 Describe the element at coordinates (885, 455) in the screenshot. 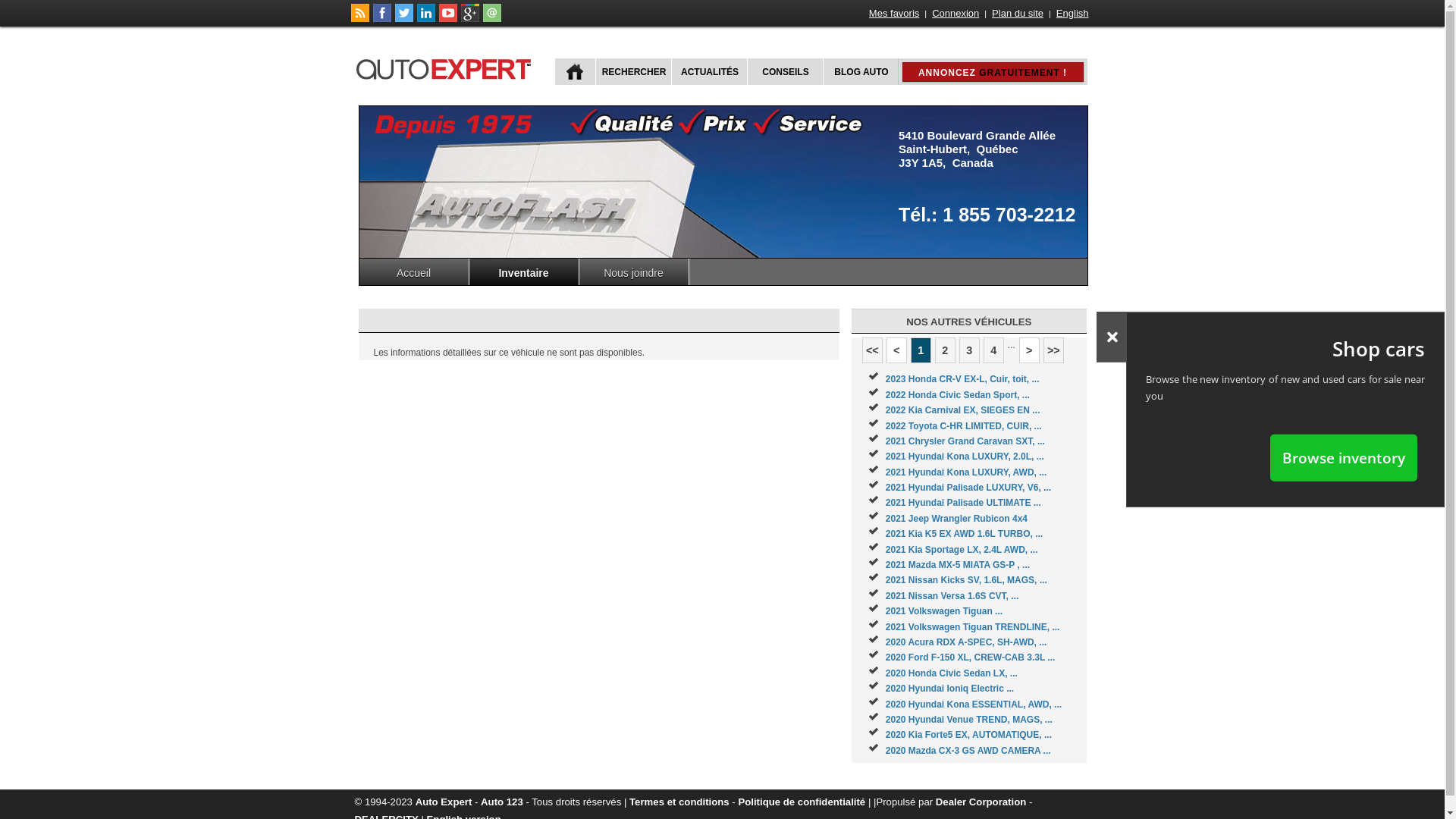

I see `'2021 Hyundai Kona LUXURY, 2.0L, ...'` at that location.